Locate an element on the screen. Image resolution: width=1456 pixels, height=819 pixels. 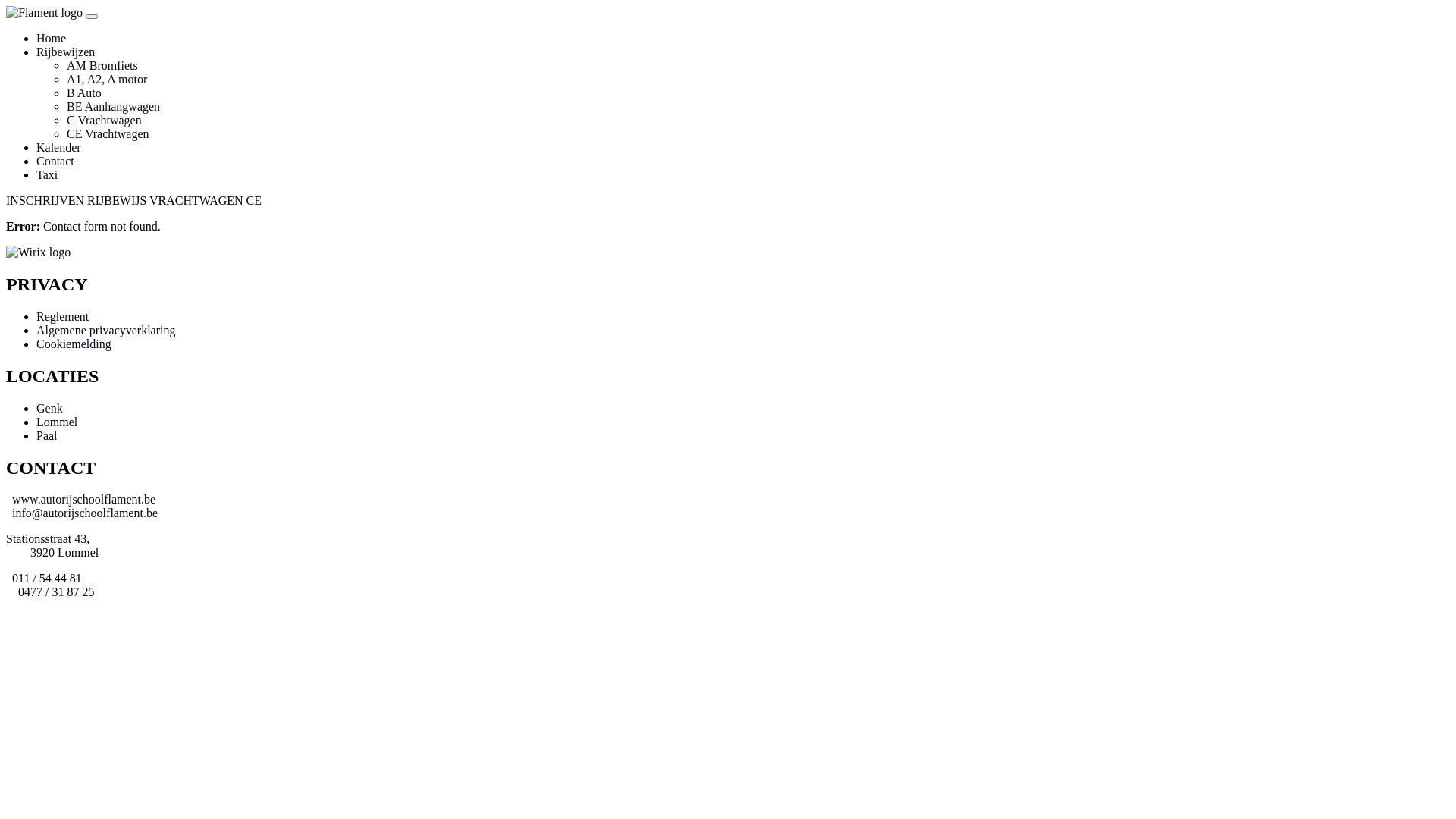
'B Auto' is located at coordinates (83, 93).